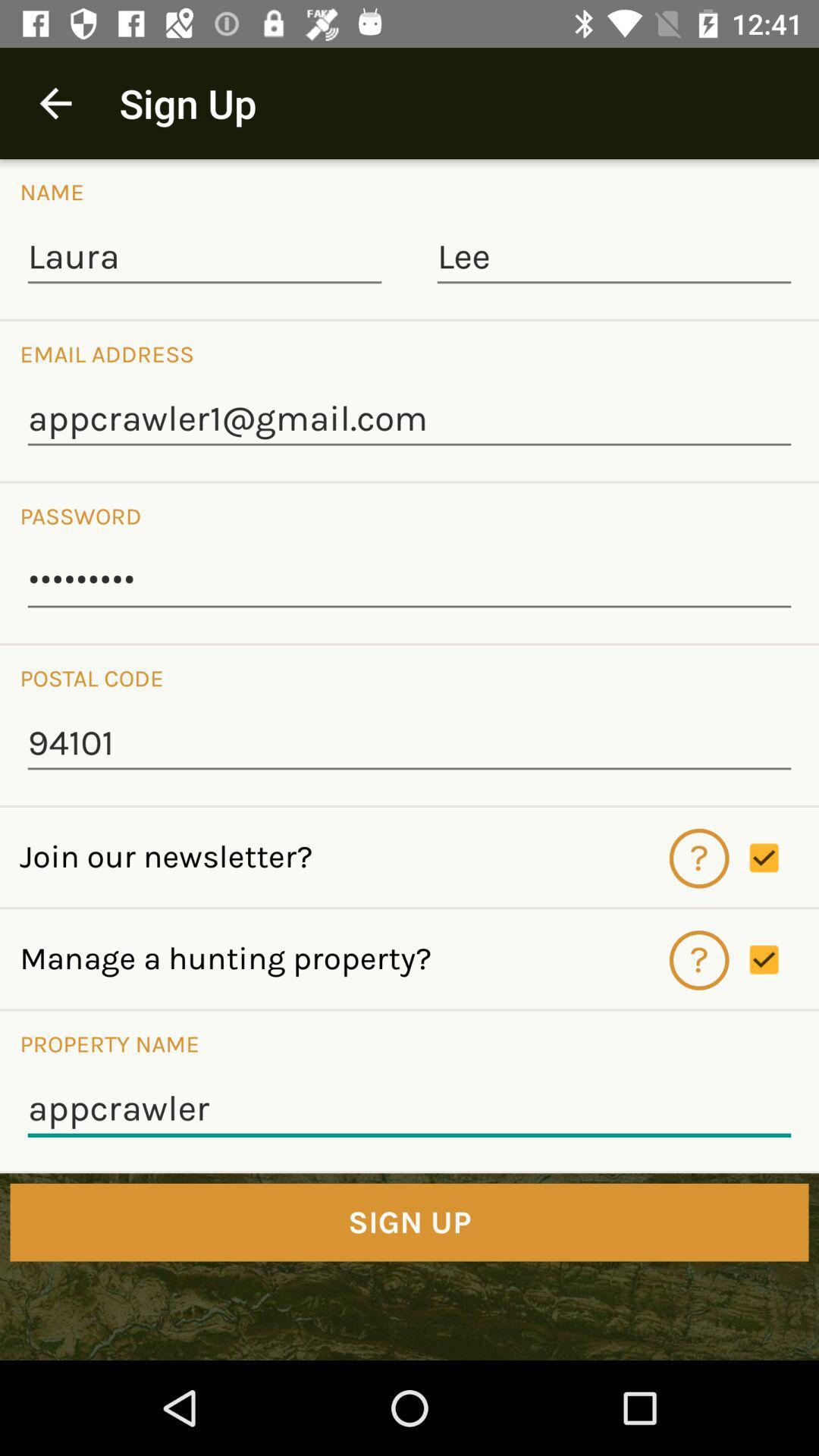  I want to click on the item next to laura, so click(614, 258).